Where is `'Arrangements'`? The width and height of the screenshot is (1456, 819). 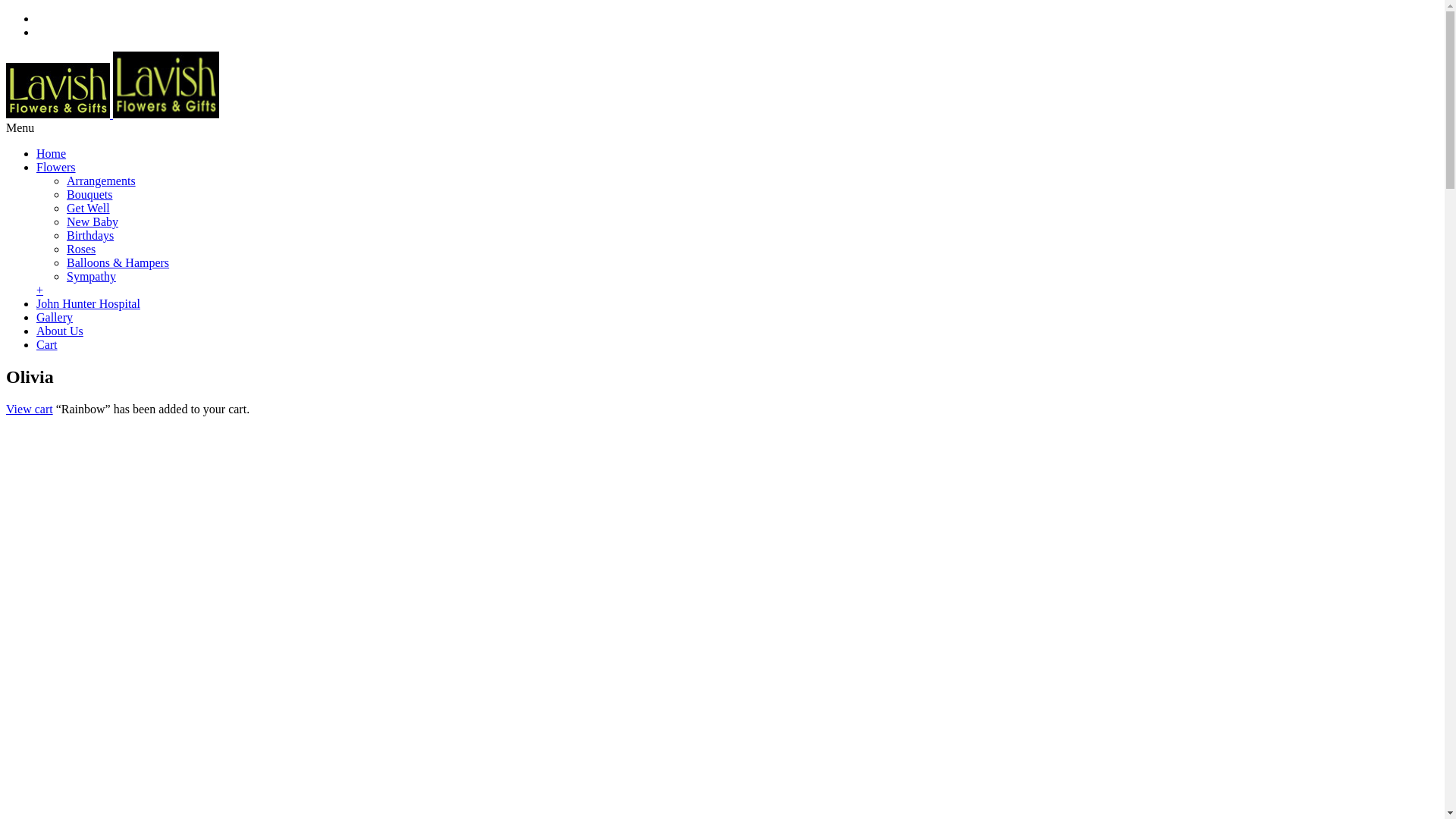 'Arrangements' is located at coordinates (65, 180).